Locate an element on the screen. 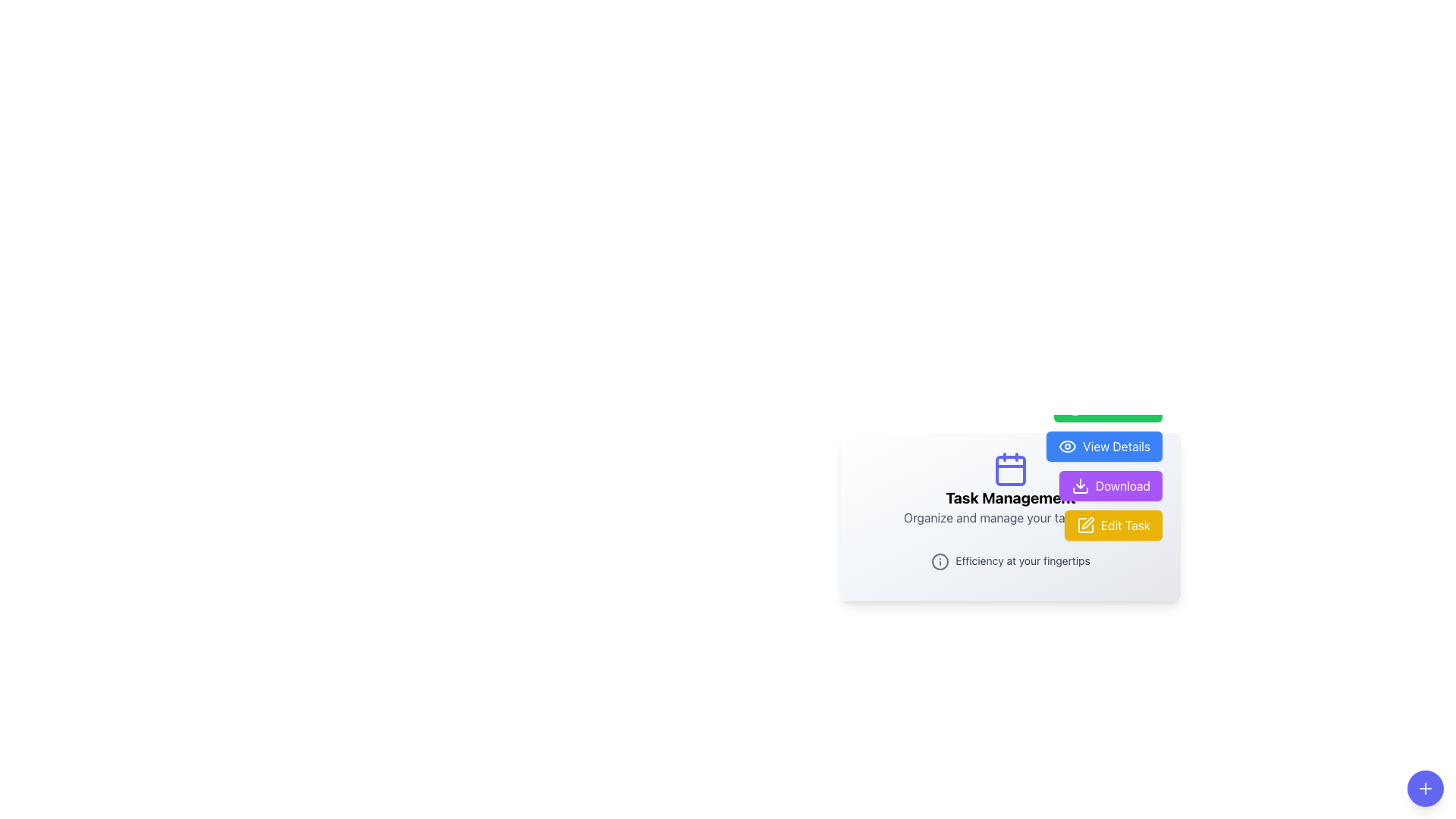 This screenshot has width=1456, height=819. the circular gray information icon next to the text label 'Efficiency at your fingertips' is located at coordinates (1011, 560).